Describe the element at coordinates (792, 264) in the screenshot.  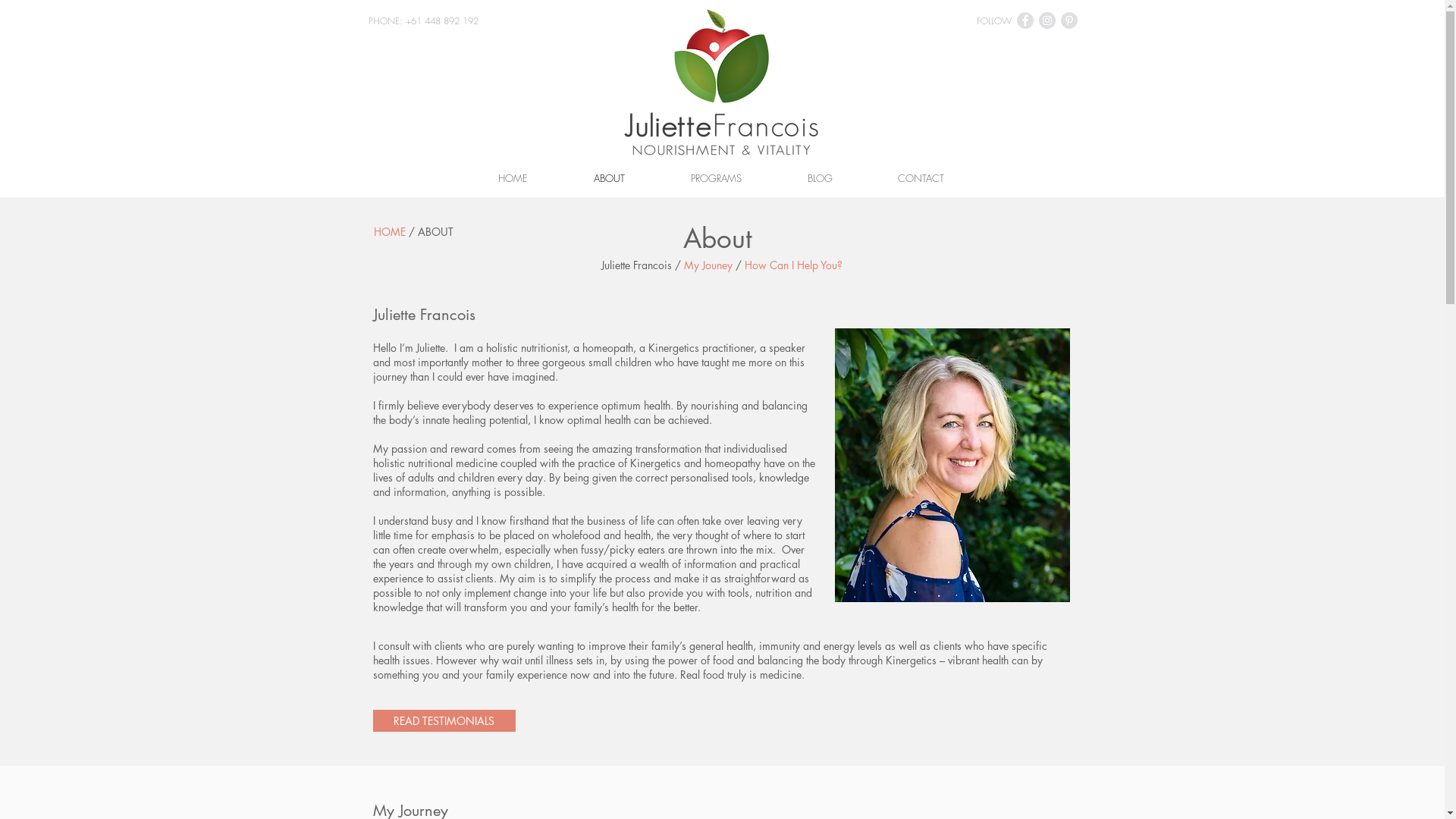
I see `'How Can I Help You?'` at that location.